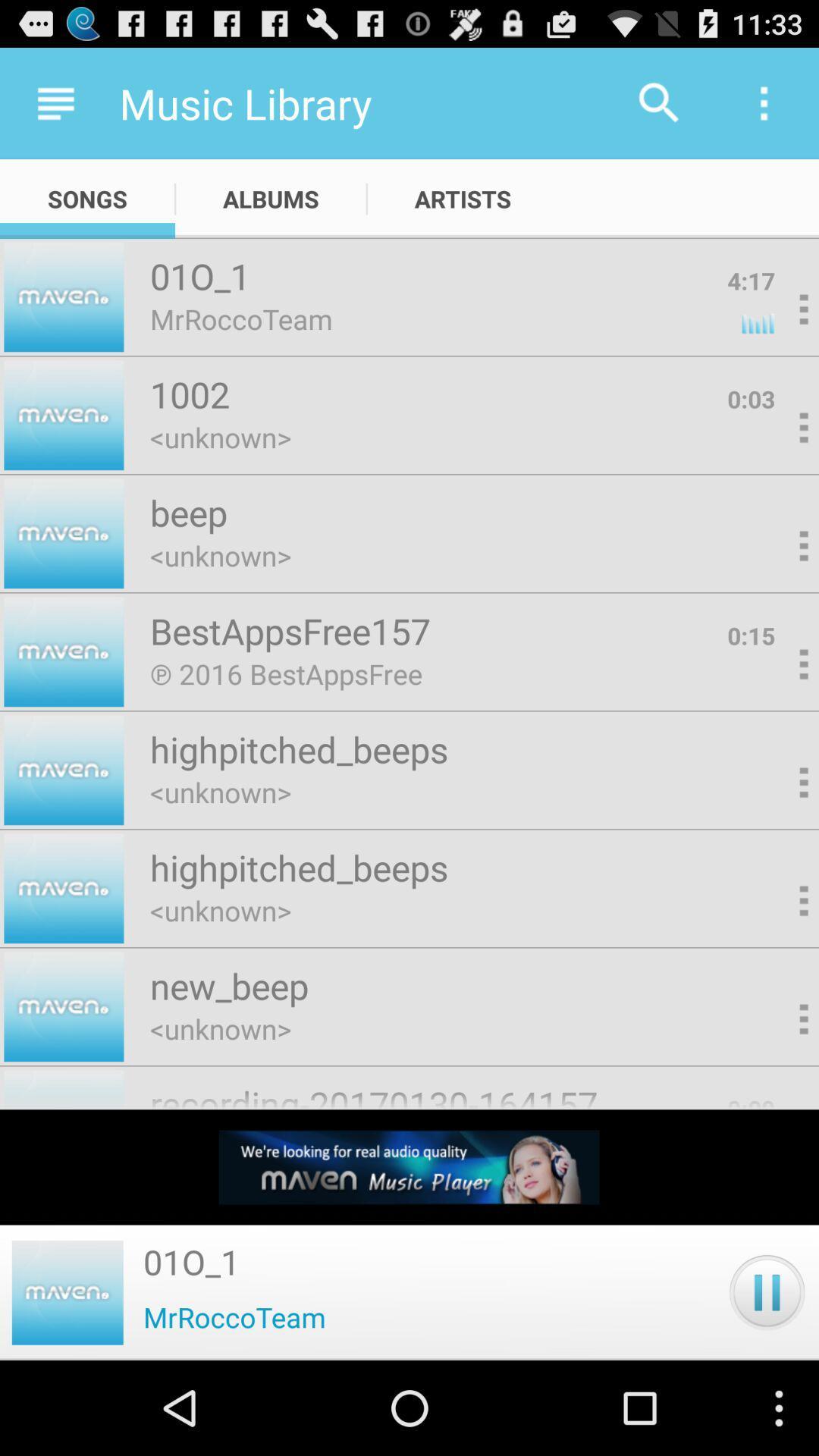  I want to click on the fifth menu icon, so click(779, 666).